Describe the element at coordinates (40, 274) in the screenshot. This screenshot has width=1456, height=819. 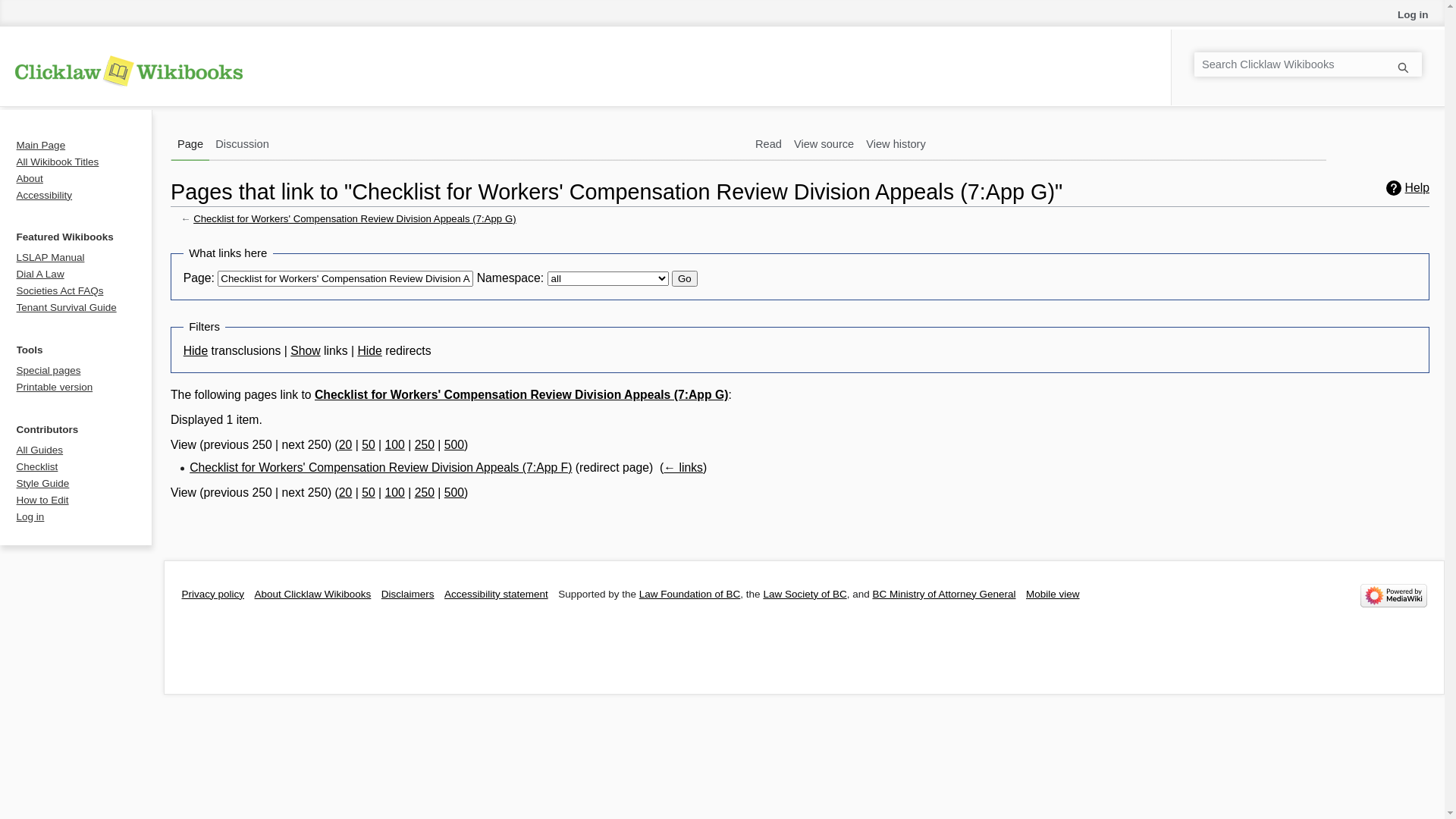
I see `'Dial A Law'` at that location.